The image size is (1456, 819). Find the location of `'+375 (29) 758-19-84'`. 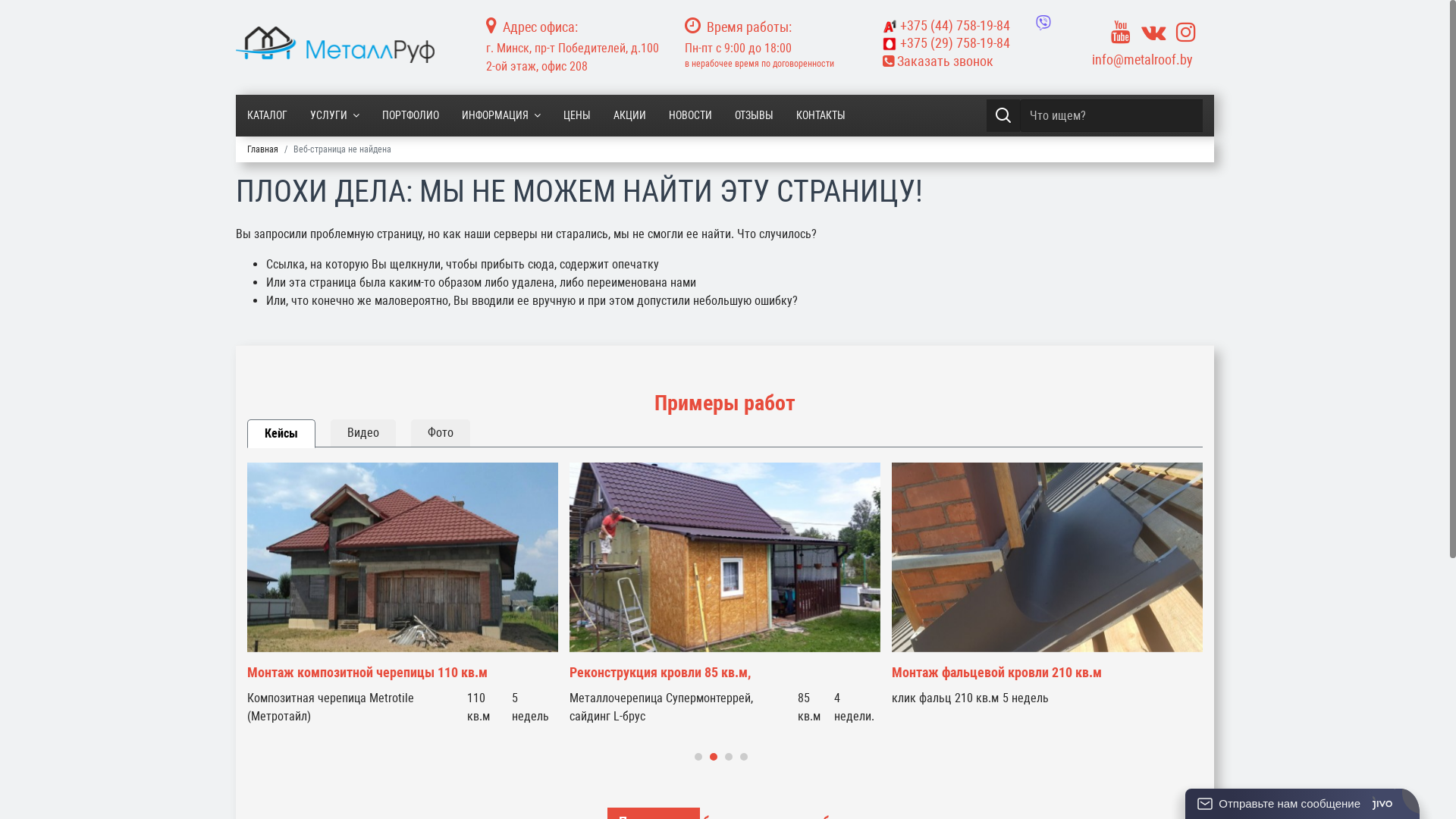

'+375 (29) 758-19-84' is located at coordinates (971, 42).